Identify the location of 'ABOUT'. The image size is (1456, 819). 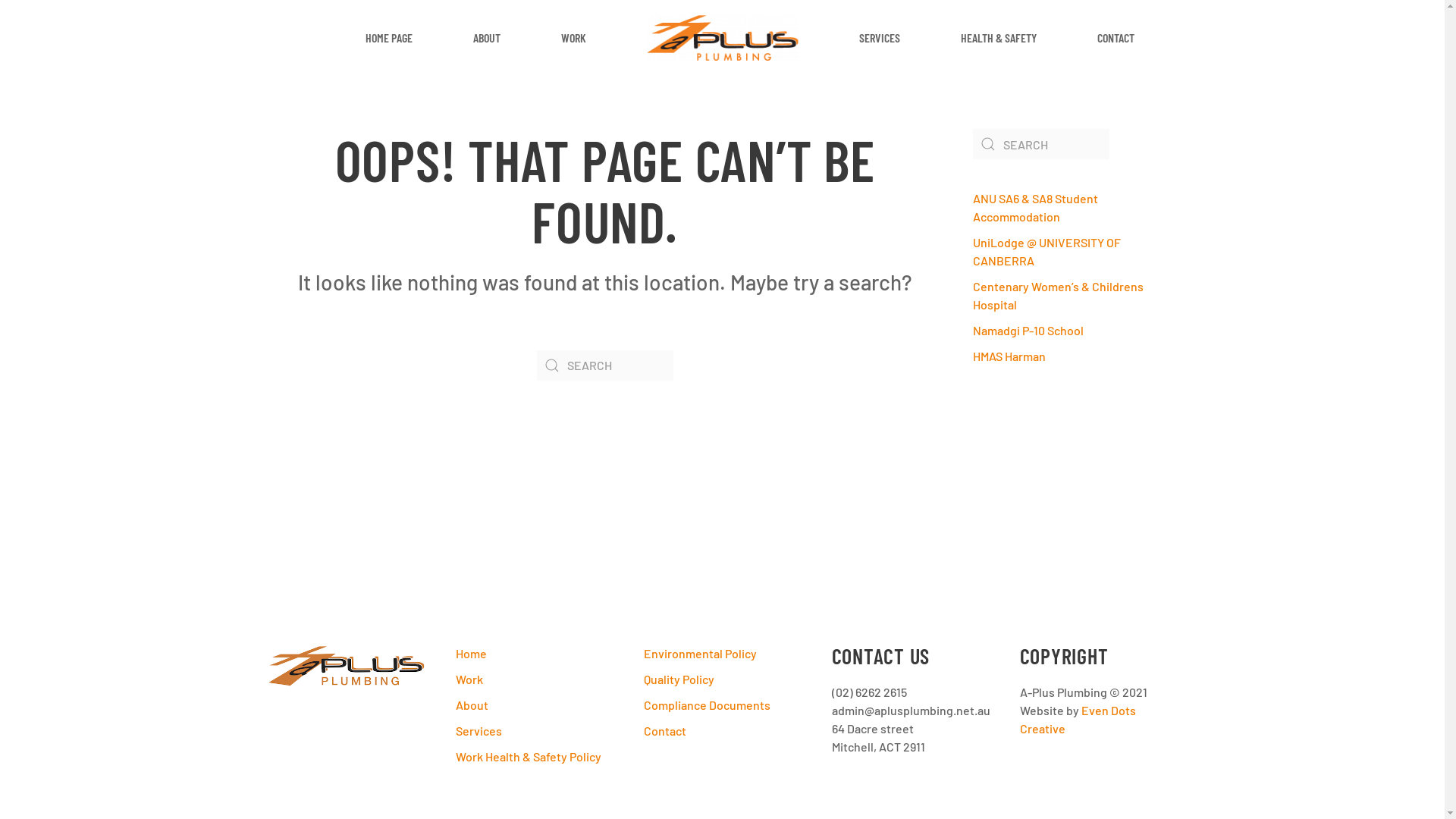
(487, 37).